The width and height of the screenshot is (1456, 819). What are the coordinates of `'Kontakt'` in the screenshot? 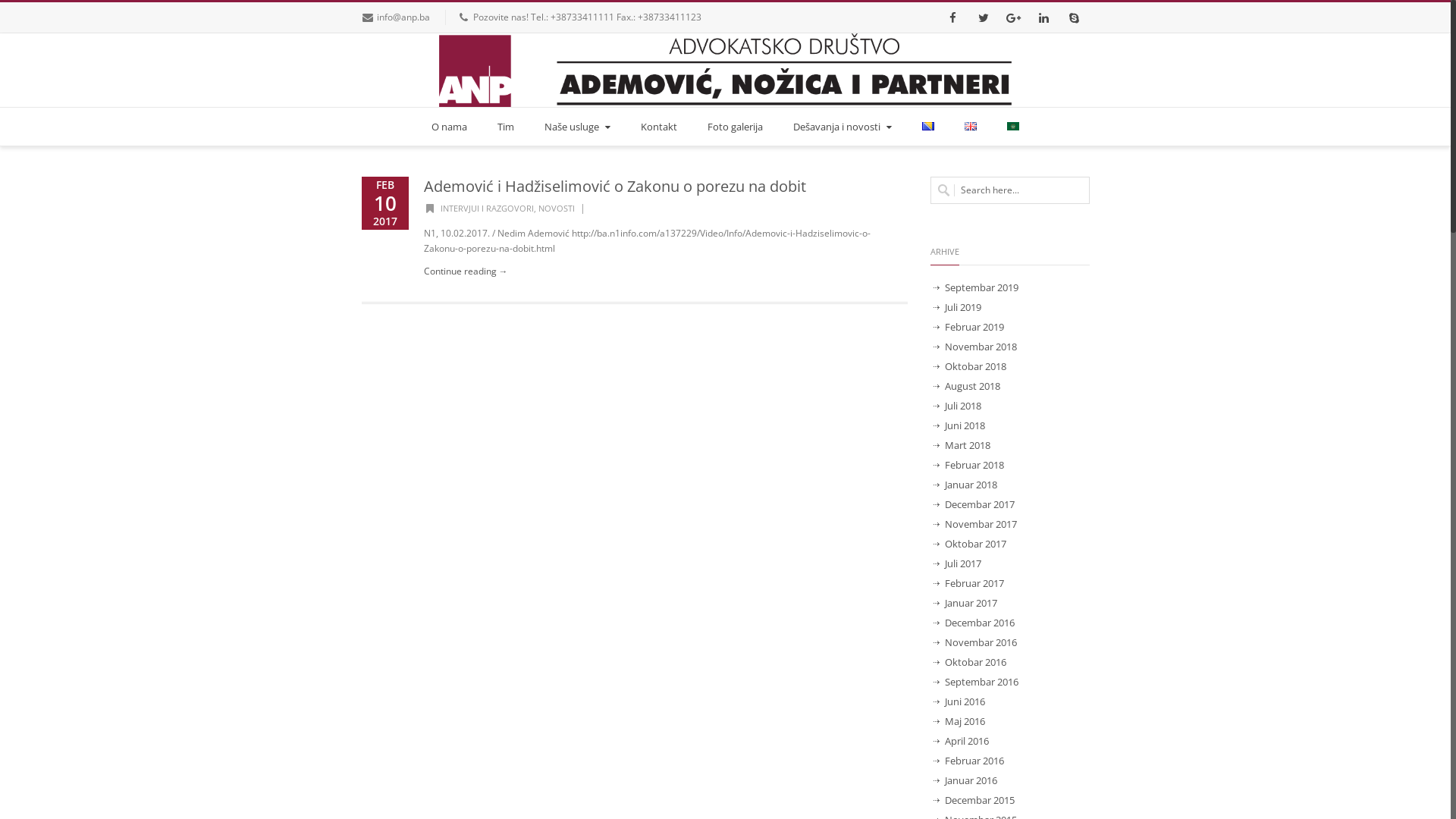 It's located at (658, 125).